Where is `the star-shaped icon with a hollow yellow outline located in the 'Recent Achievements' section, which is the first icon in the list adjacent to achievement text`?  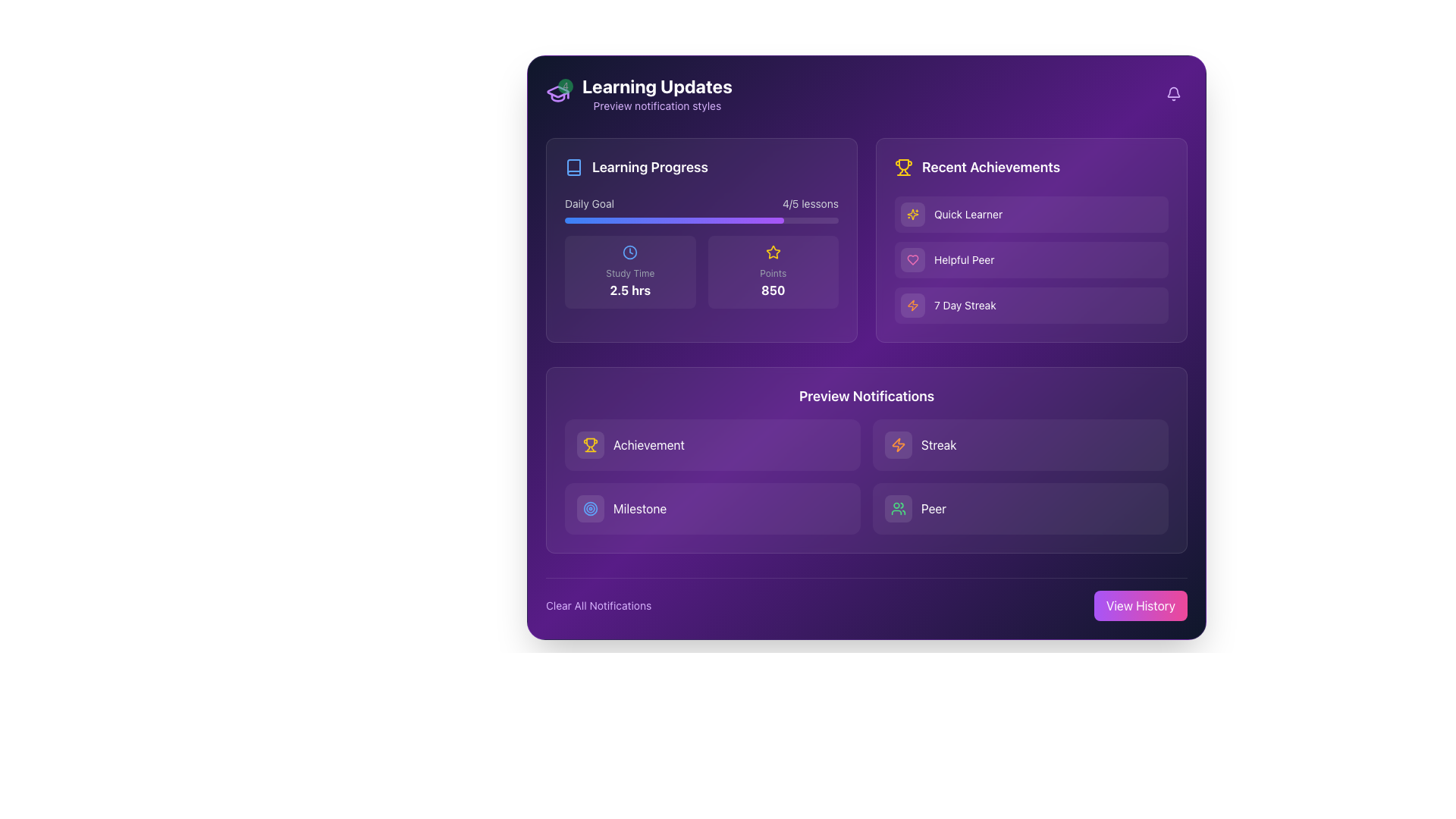
the star-shaped icon with a hollow yellow outline located in the 'Recent Achievements' section, which is the first icon in the list adjacent to achievement text is located at coordinates (773, 251).